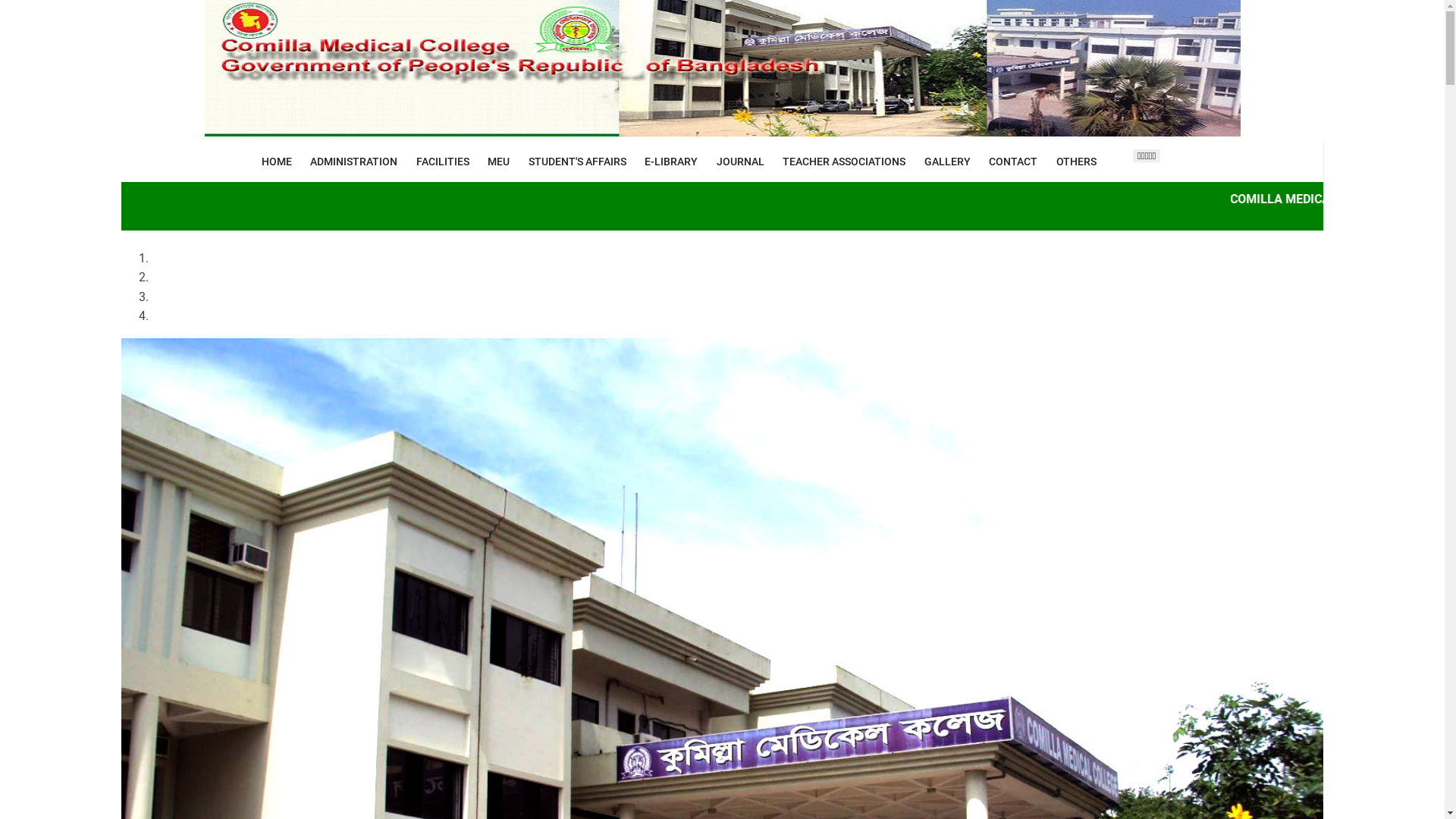  What do you see at coordinates (1075, 162) in the screenshot?
I see `'OTHERS'` at bounding box center [1075, 162].